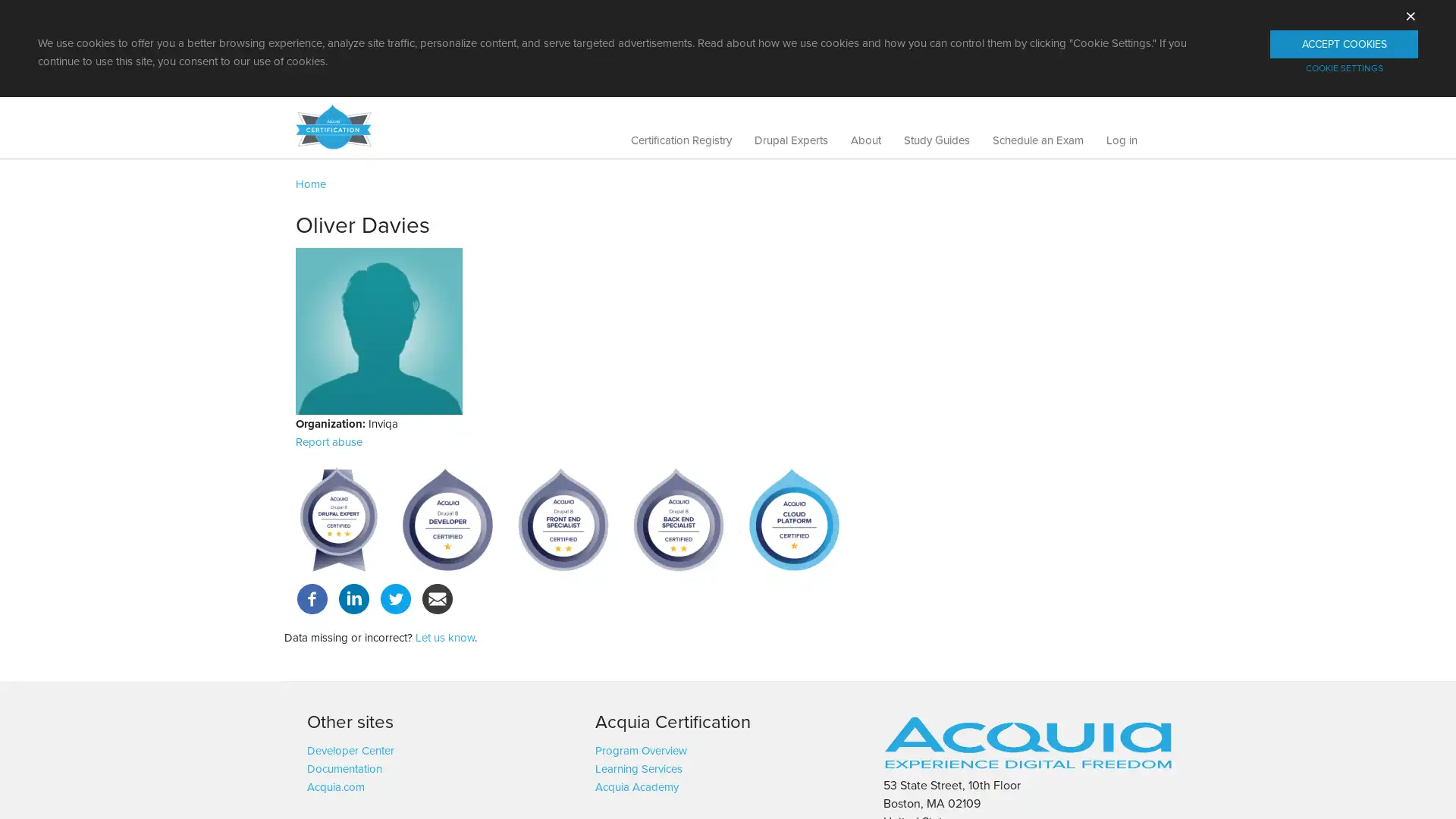  What do you see at coordinates (1410, 14) in the screenshot?
I see `X` at bounding box center [1410, 14].